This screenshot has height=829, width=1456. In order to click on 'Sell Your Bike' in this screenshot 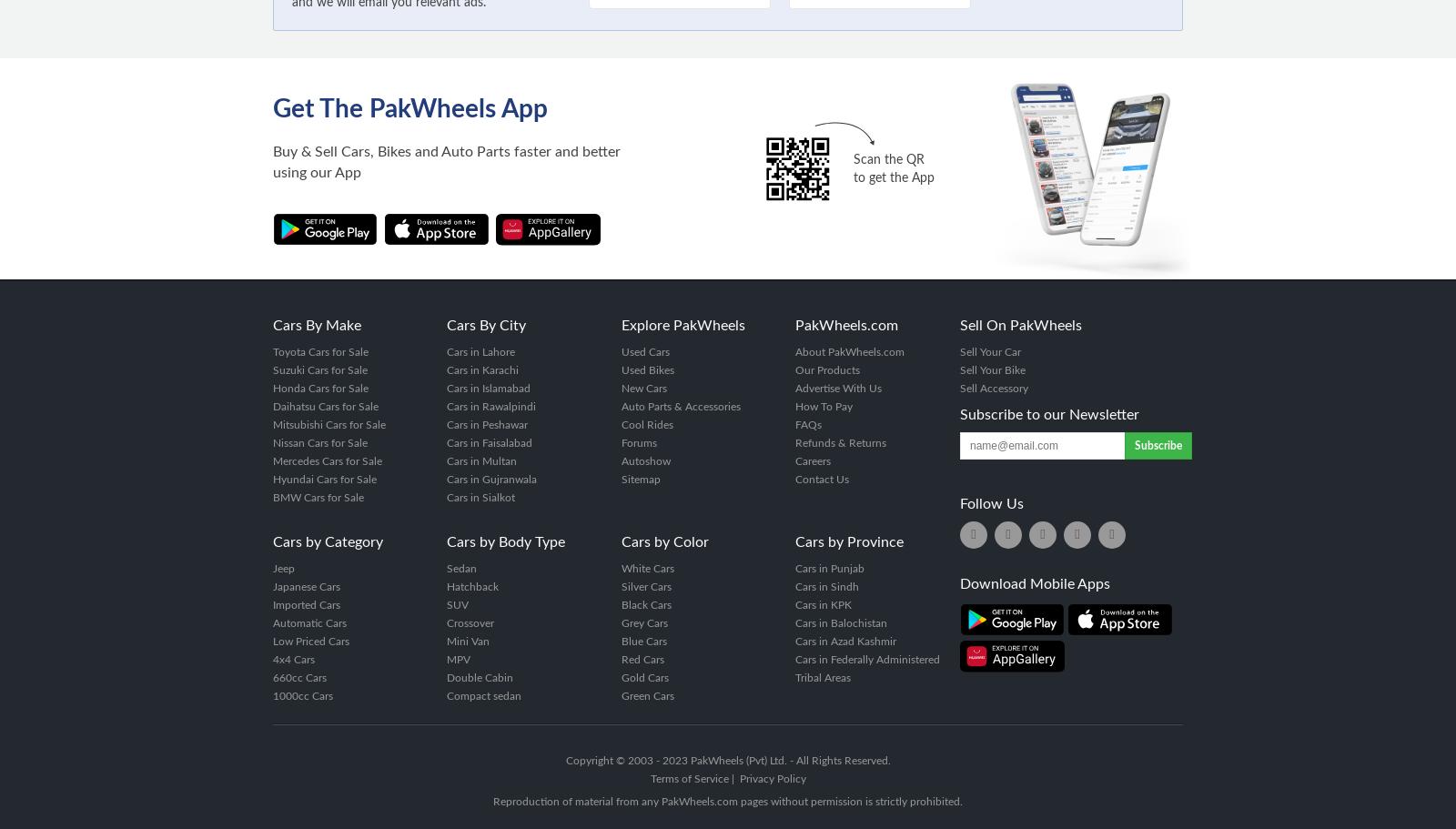, I will do `click(960, 369)`.